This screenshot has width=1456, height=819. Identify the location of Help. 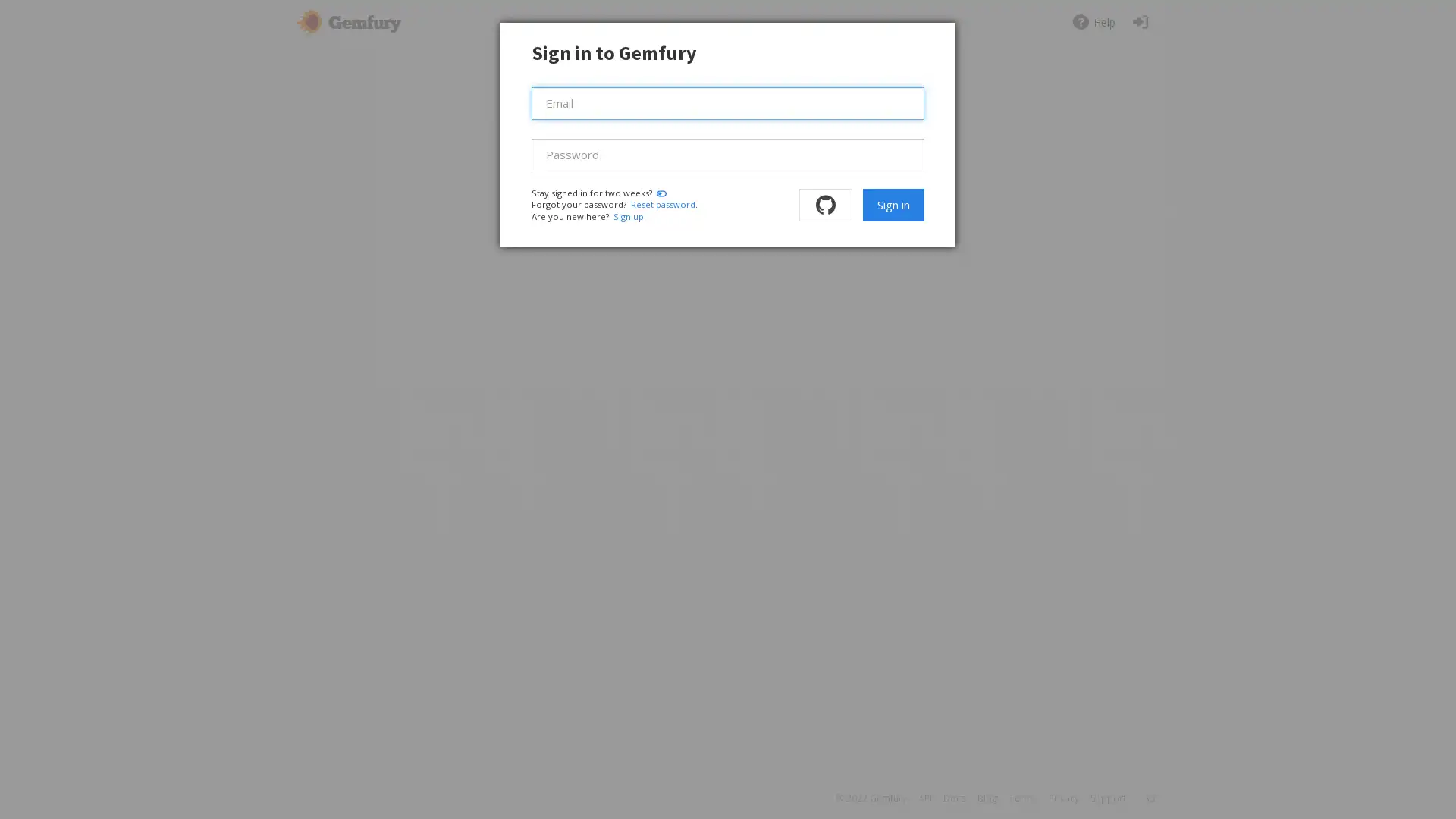
(1093, 22).